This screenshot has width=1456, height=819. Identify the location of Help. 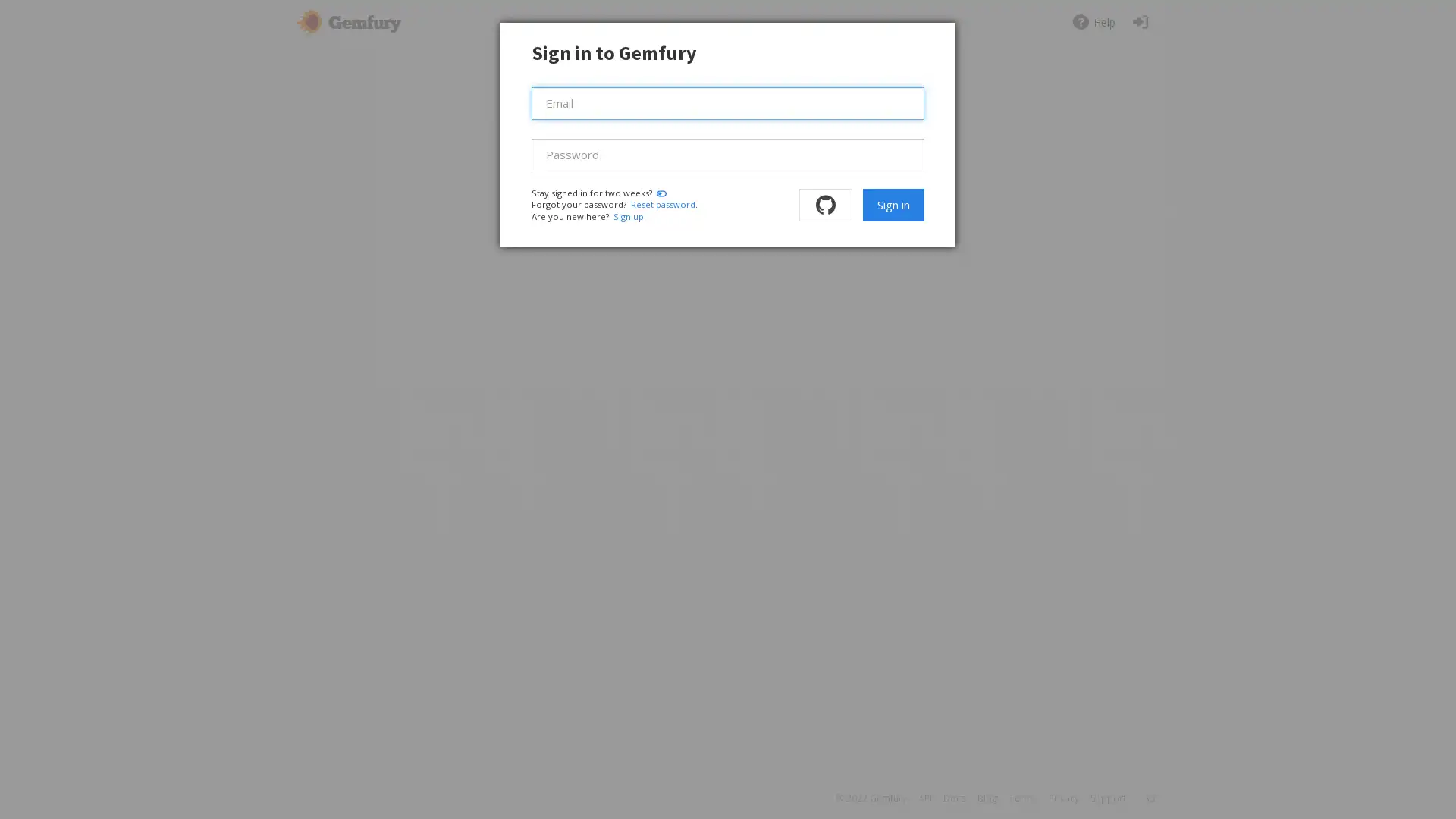
(1093, 22).